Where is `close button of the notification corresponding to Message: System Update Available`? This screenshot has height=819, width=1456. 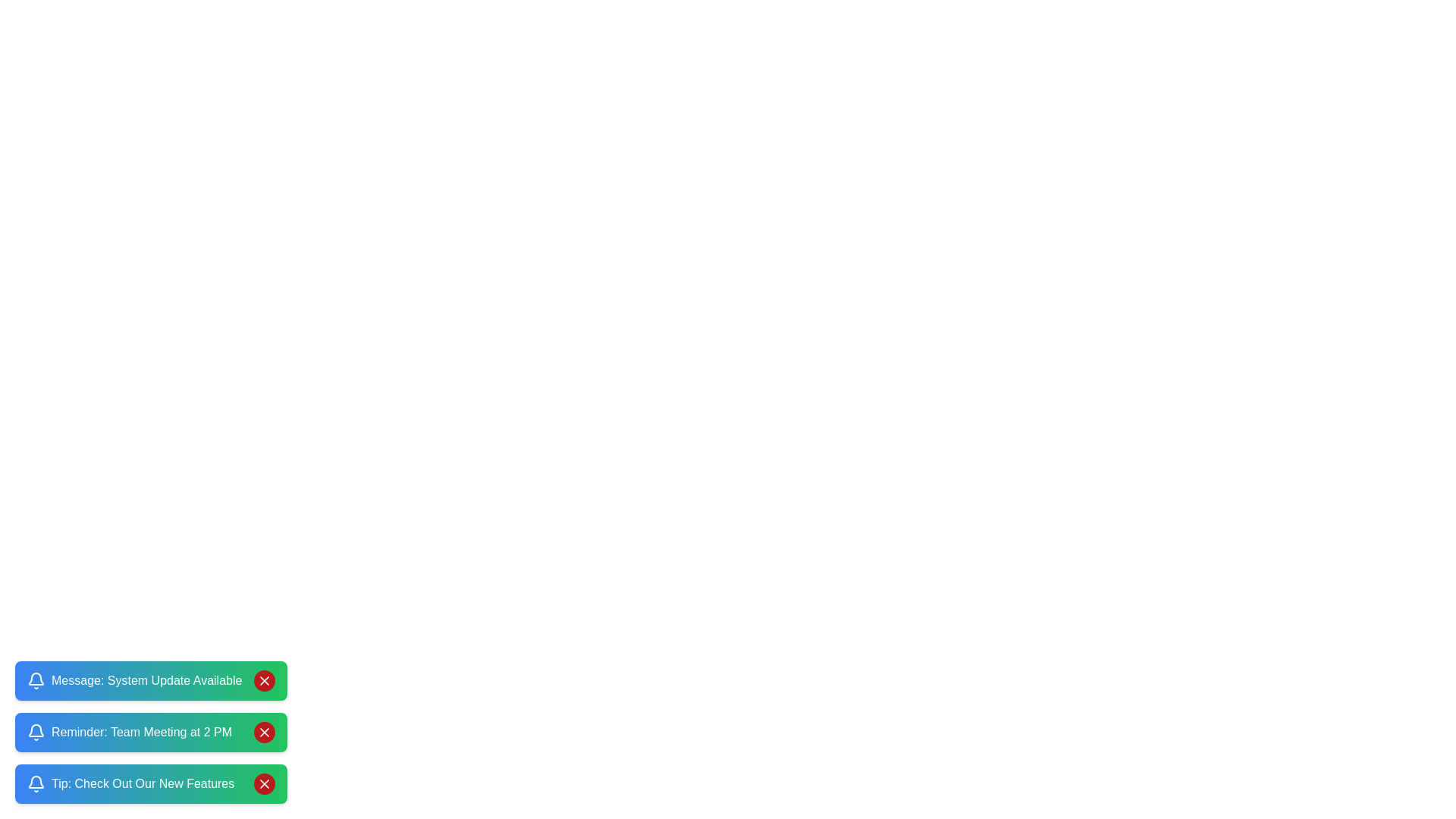
close button of the notification corresponding to Message: System Update Available is located at coordinates (265, 680).